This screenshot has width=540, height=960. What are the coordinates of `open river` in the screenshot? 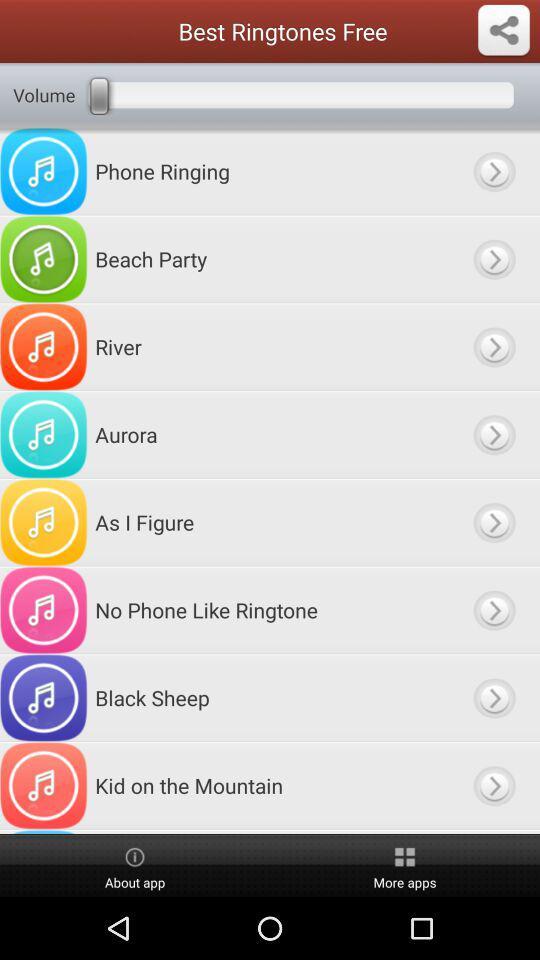 It's located at (493, 347).